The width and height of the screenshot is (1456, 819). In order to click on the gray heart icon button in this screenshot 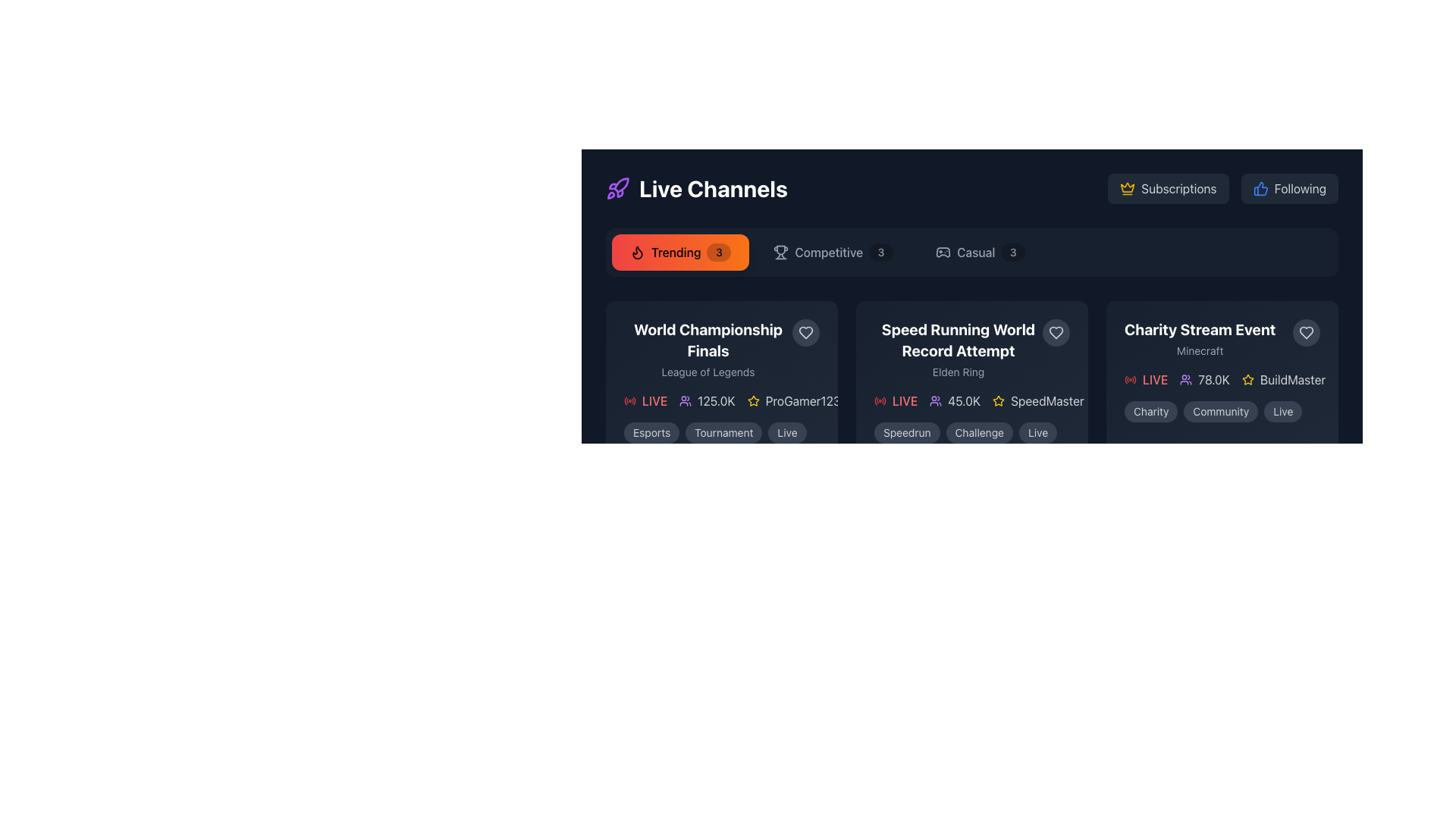, I will do `click(805, 332)`.